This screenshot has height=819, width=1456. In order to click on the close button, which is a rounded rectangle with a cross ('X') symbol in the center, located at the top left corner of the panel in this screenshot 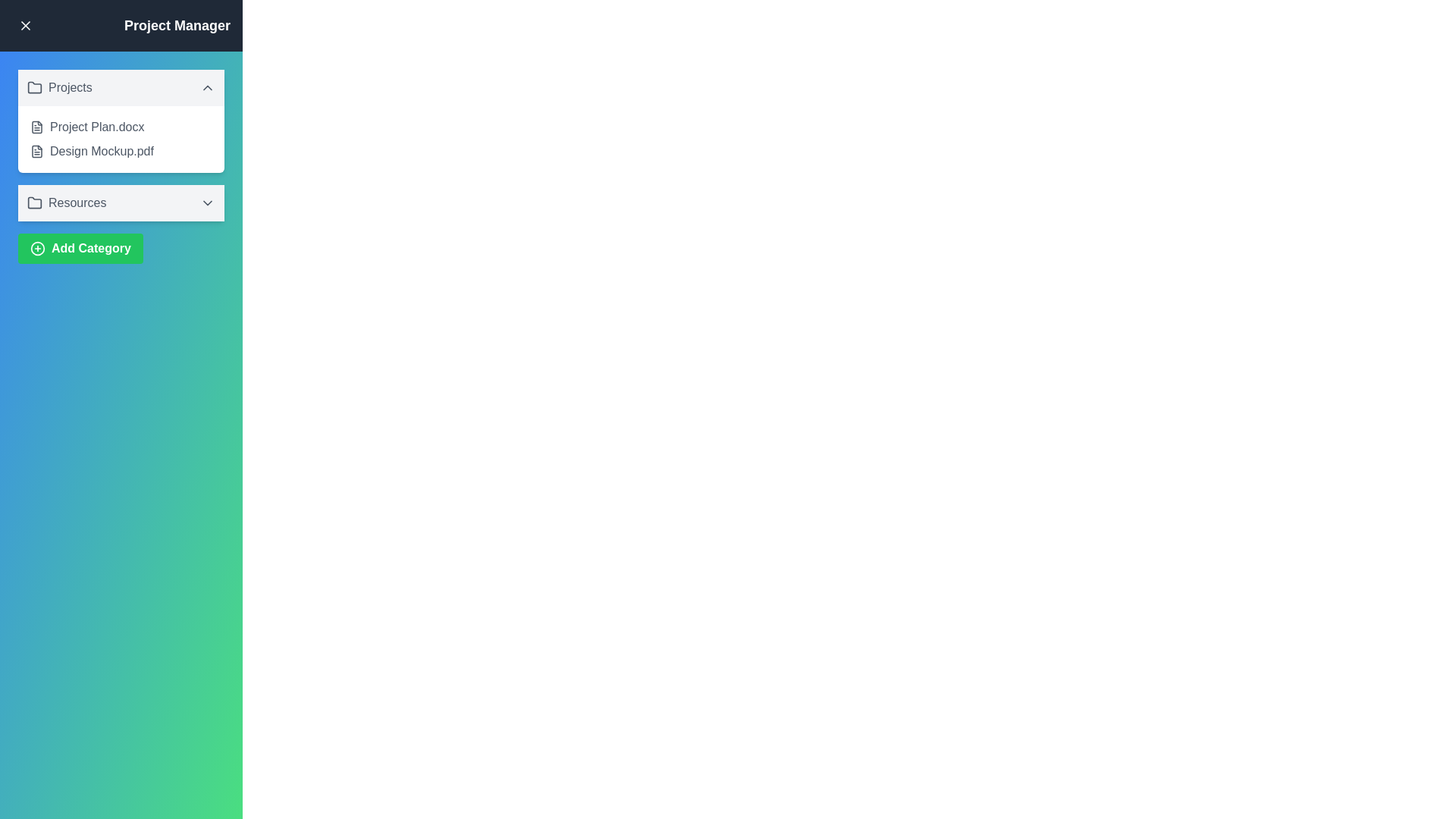, I will do `click(25, 26)`.